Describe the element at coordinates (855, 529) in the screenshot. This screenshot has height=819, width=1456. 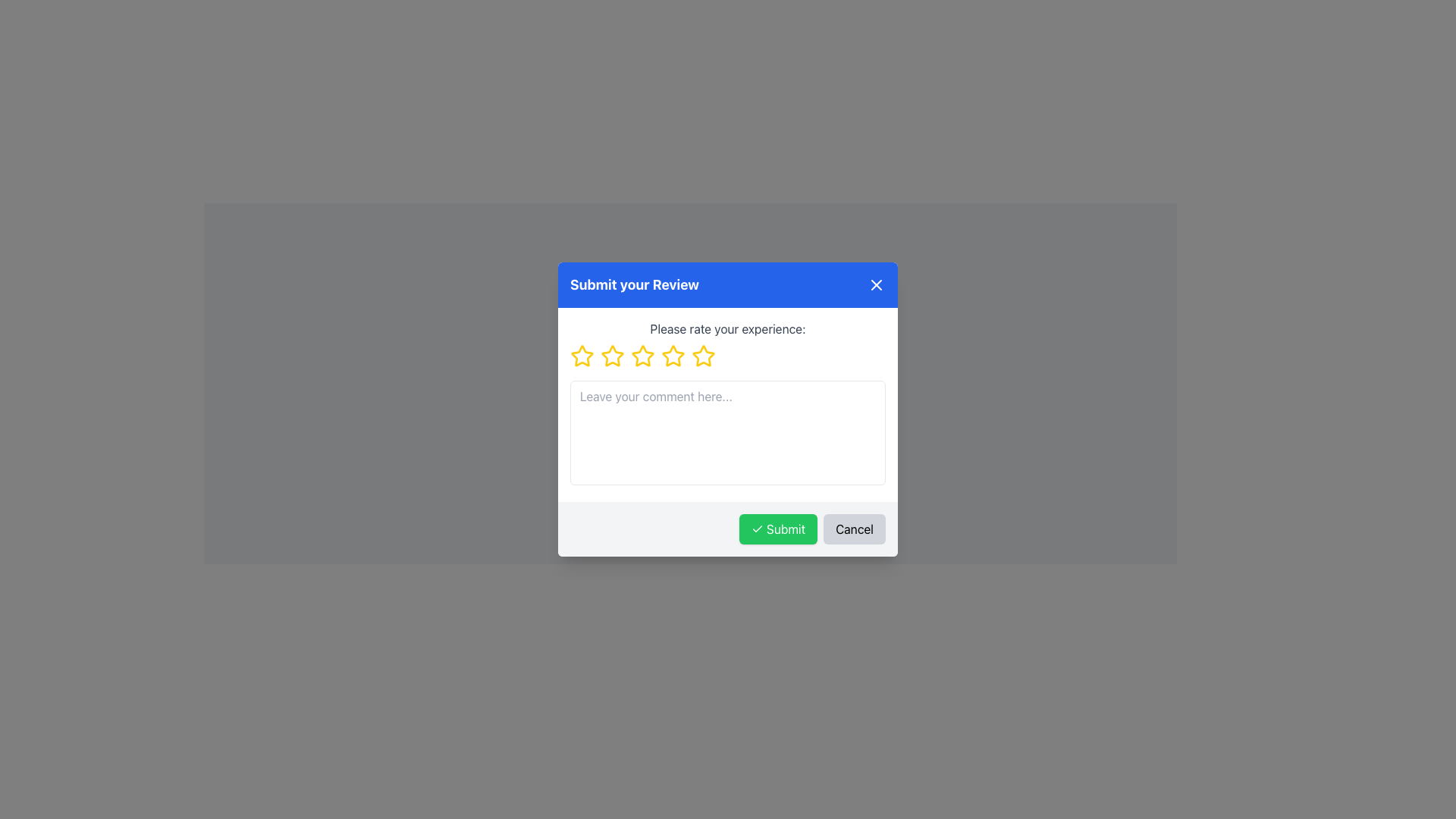
I see `the cancel button located at the bottom right of the modal window` at that location.